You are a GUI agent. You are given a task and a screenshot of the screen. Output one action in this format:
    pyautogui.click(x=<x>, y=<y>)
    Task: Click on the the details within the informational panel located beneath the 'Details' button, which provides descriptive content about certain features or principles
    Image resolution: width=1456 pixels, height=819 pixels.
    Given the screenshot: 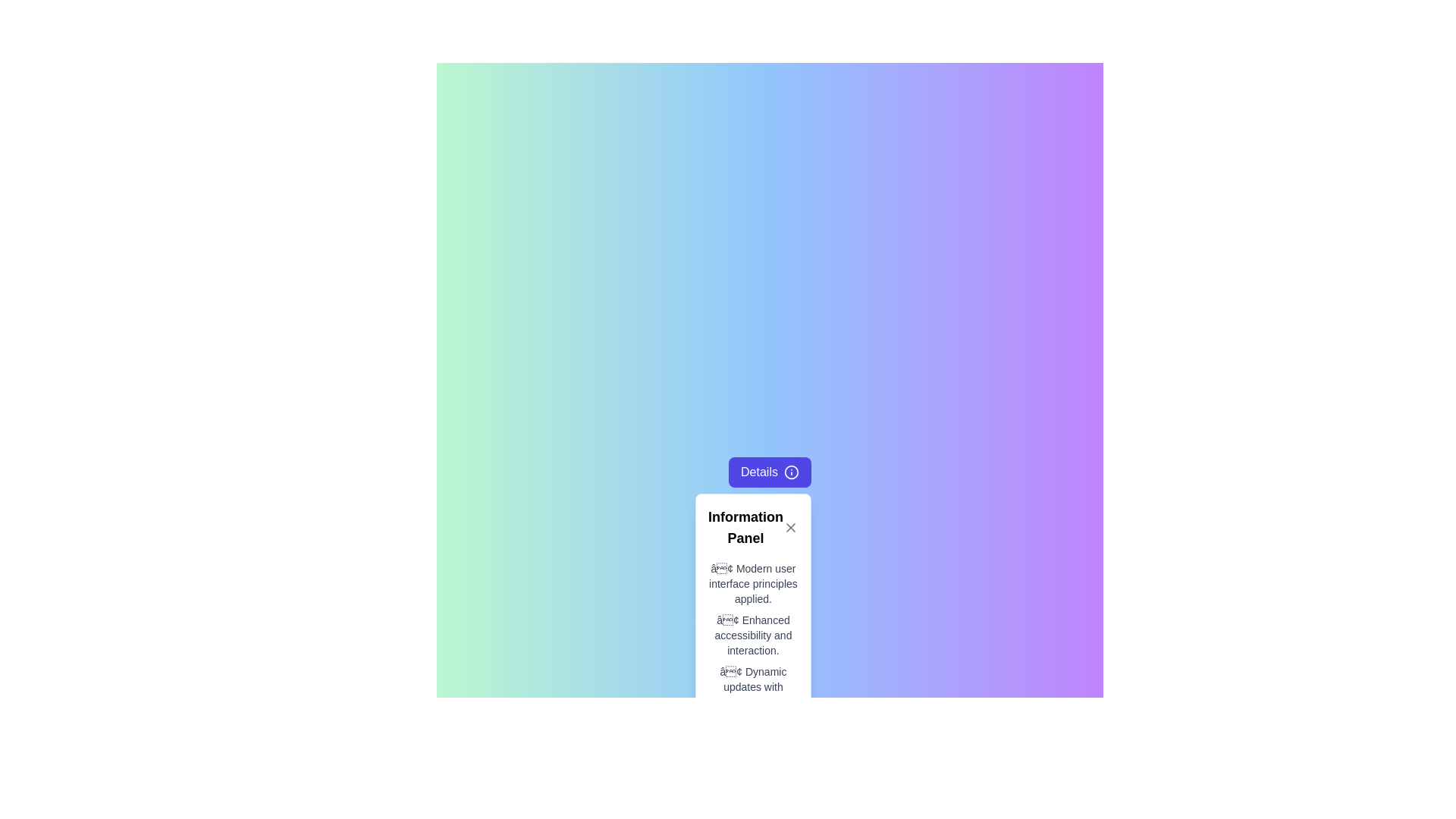 What is the action you would take?
    pyautogui.click(x=753, y=607)
    